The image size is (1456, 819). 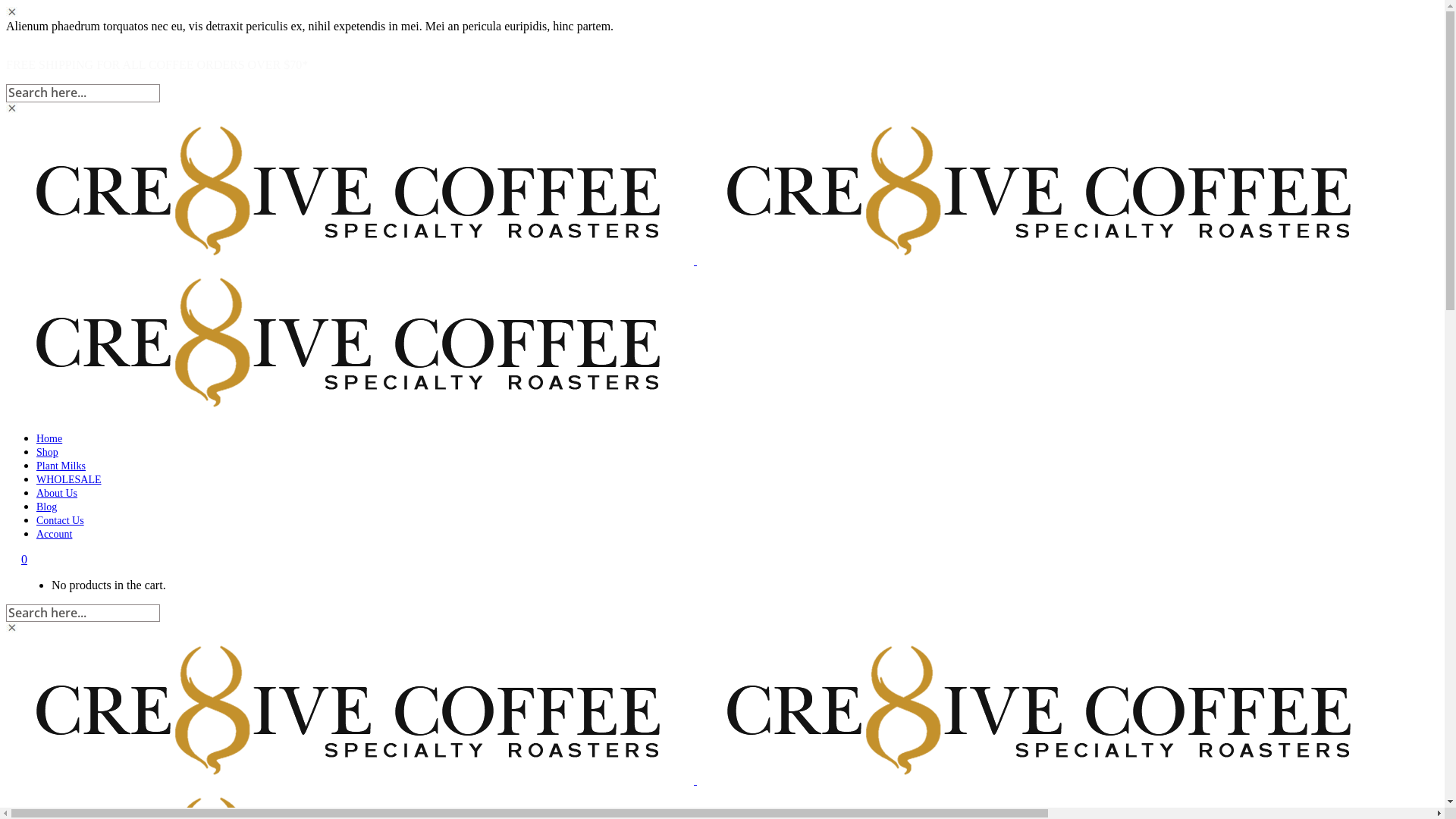 I want to click on 'Contact Us', so click(x=60, y=519).